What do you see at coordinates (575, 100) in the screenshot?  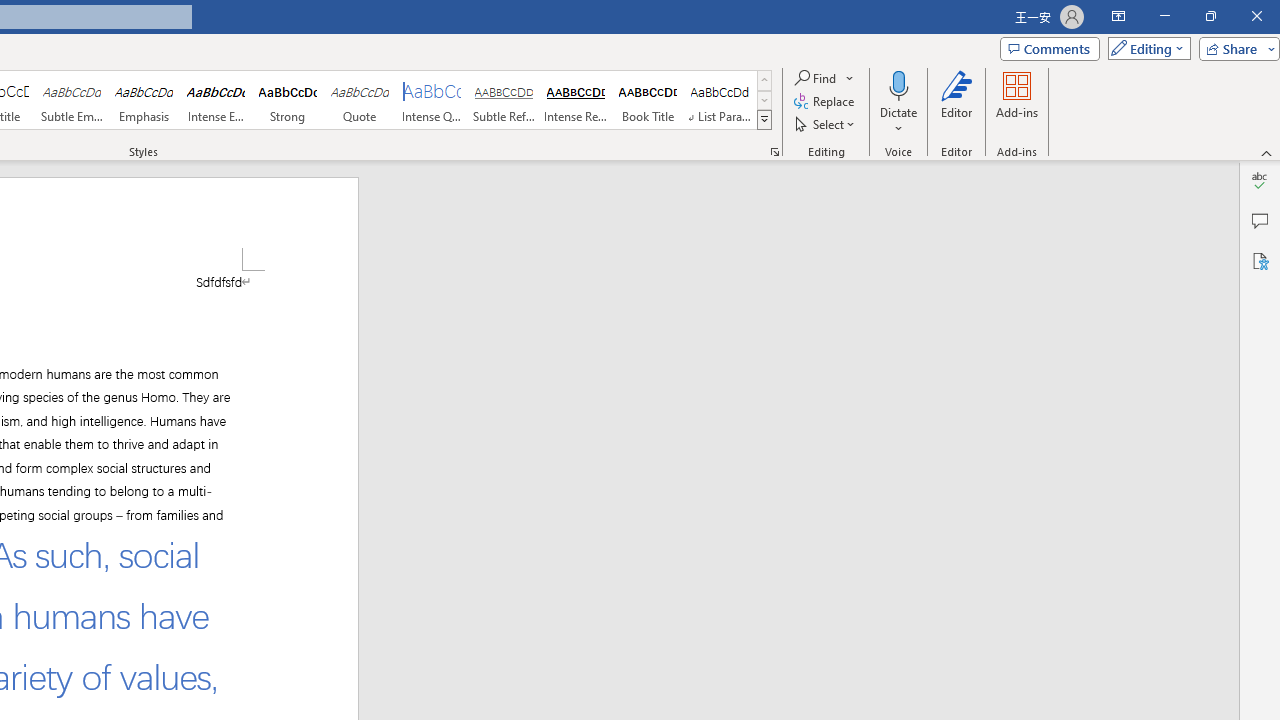 I see `'Intense Reference'` at bounding box center [575, 100].